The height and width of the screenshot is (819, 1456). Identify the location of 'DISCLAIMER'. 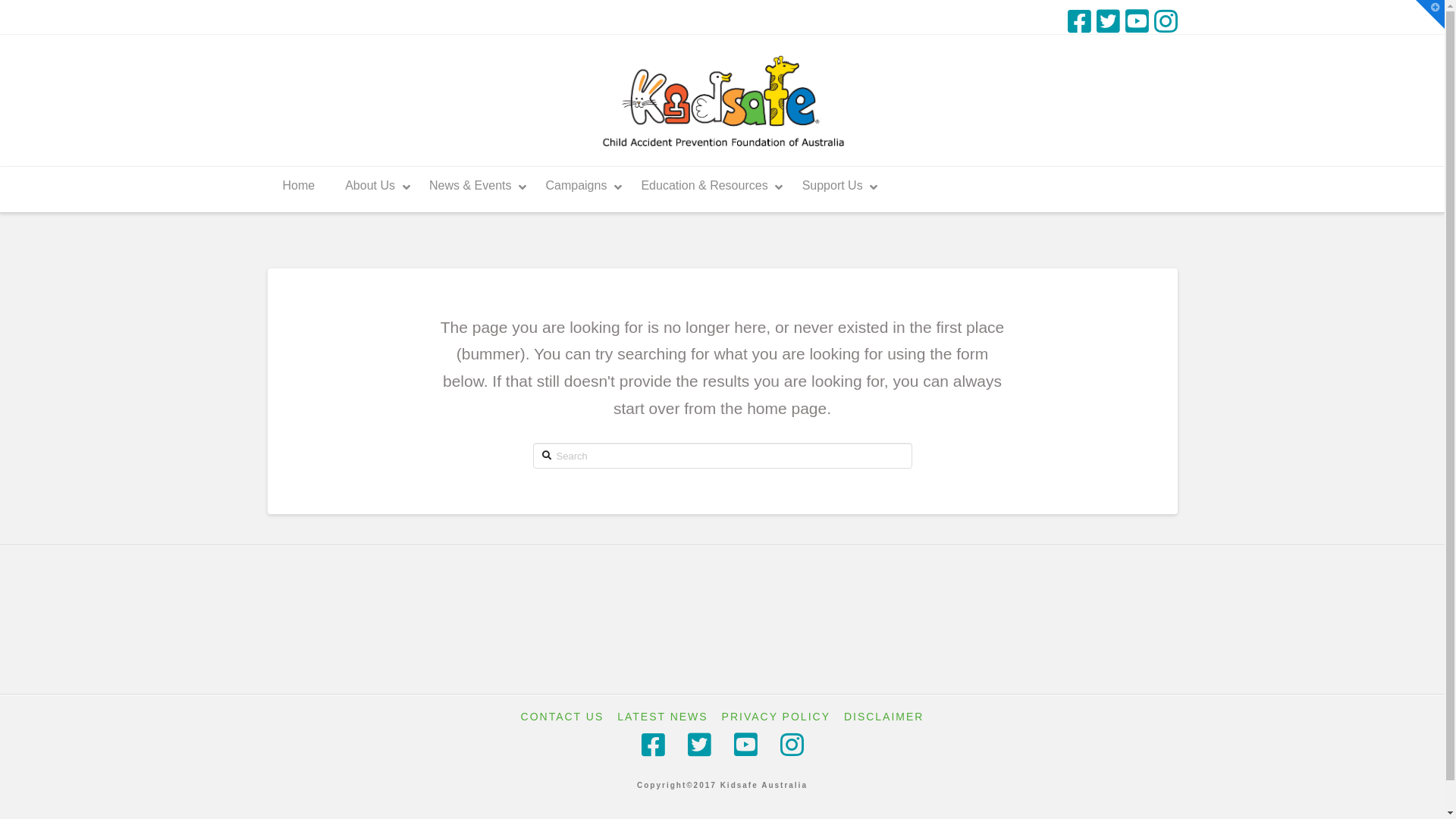
(884, 717).